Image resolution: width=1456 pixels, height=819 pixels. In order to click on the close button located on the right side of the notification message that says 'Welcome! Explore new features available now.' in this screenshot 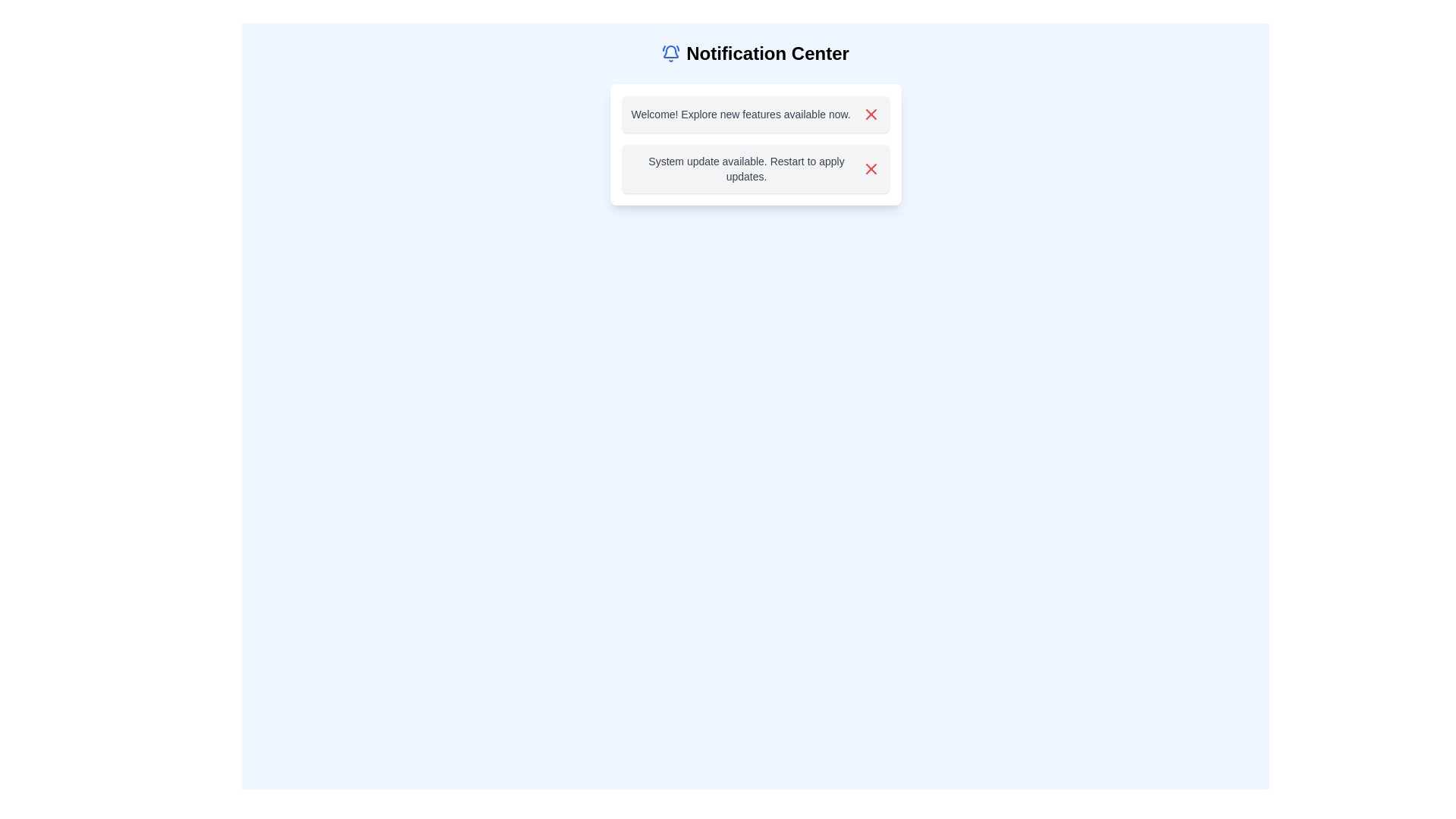, I will do `click(871, 113)`.